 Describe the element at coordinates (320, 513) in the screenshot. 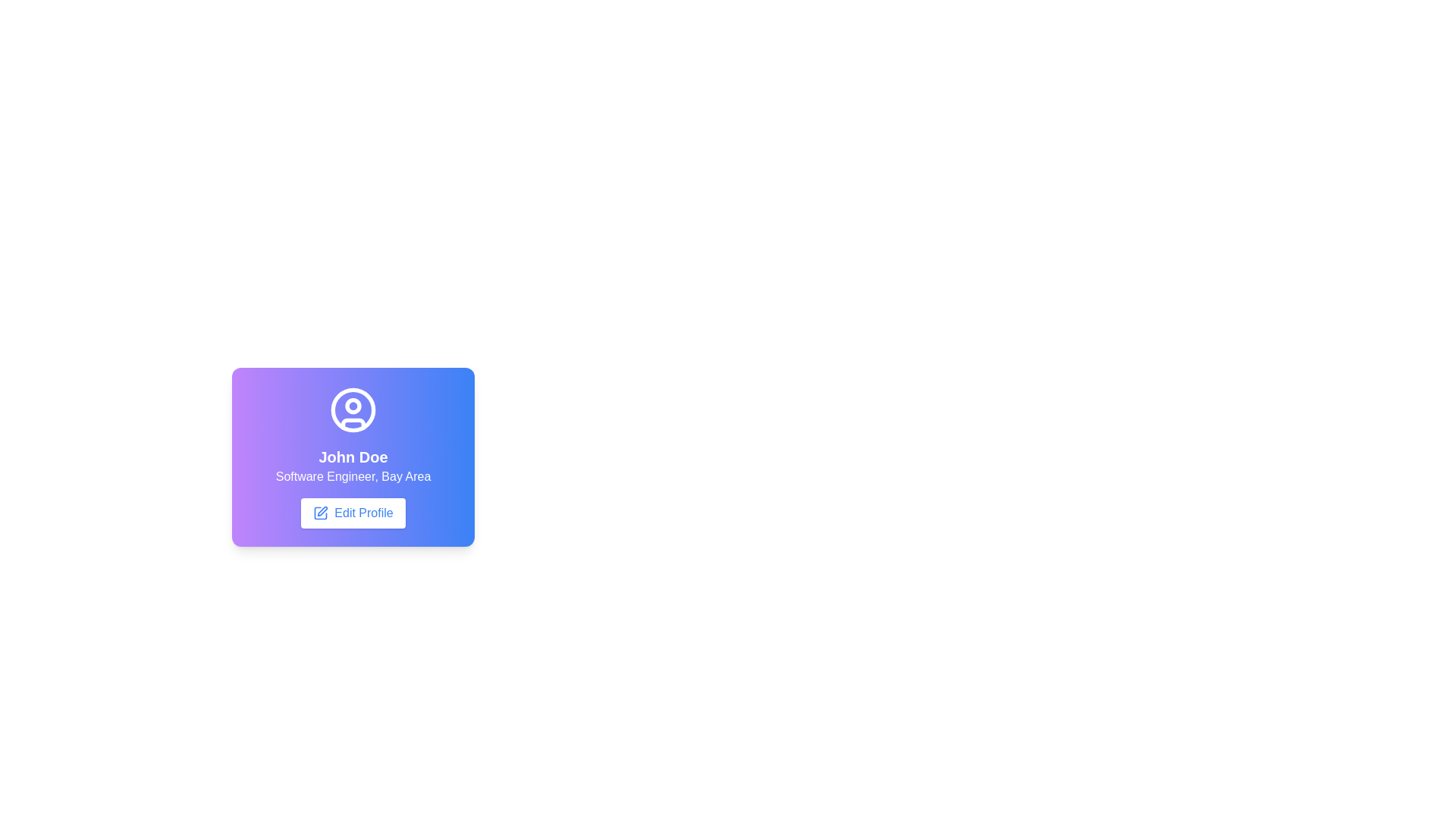

I see `the visual layout of the decorative icon that resembles a rectangle with rounded corners, part of the 'Edit Profile' button situated below the user name and title` at that location.